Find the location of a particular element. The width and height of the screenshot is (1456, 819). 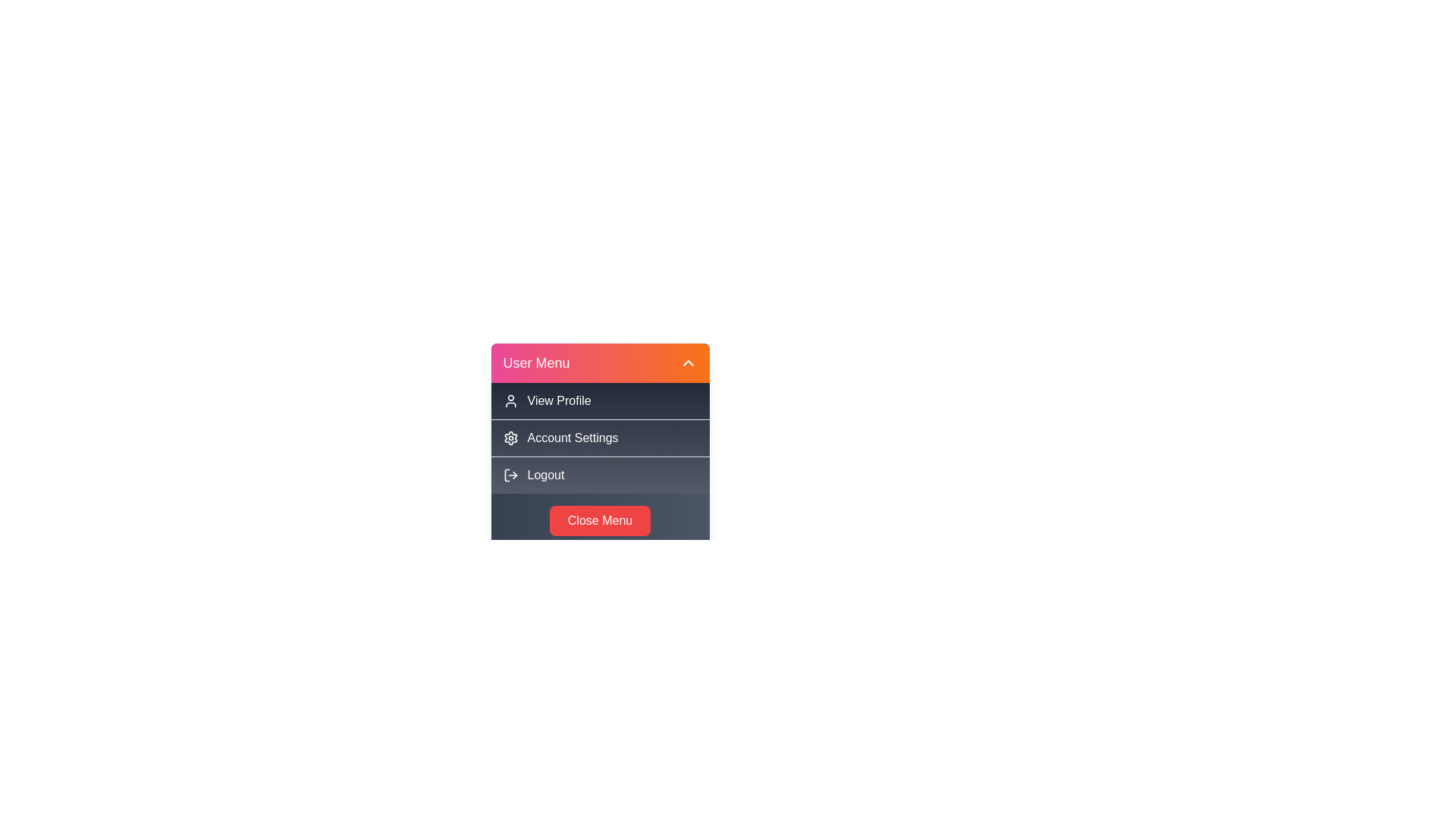

the 'Close Menu' button to close the menu is located at coordinates (599, 519).